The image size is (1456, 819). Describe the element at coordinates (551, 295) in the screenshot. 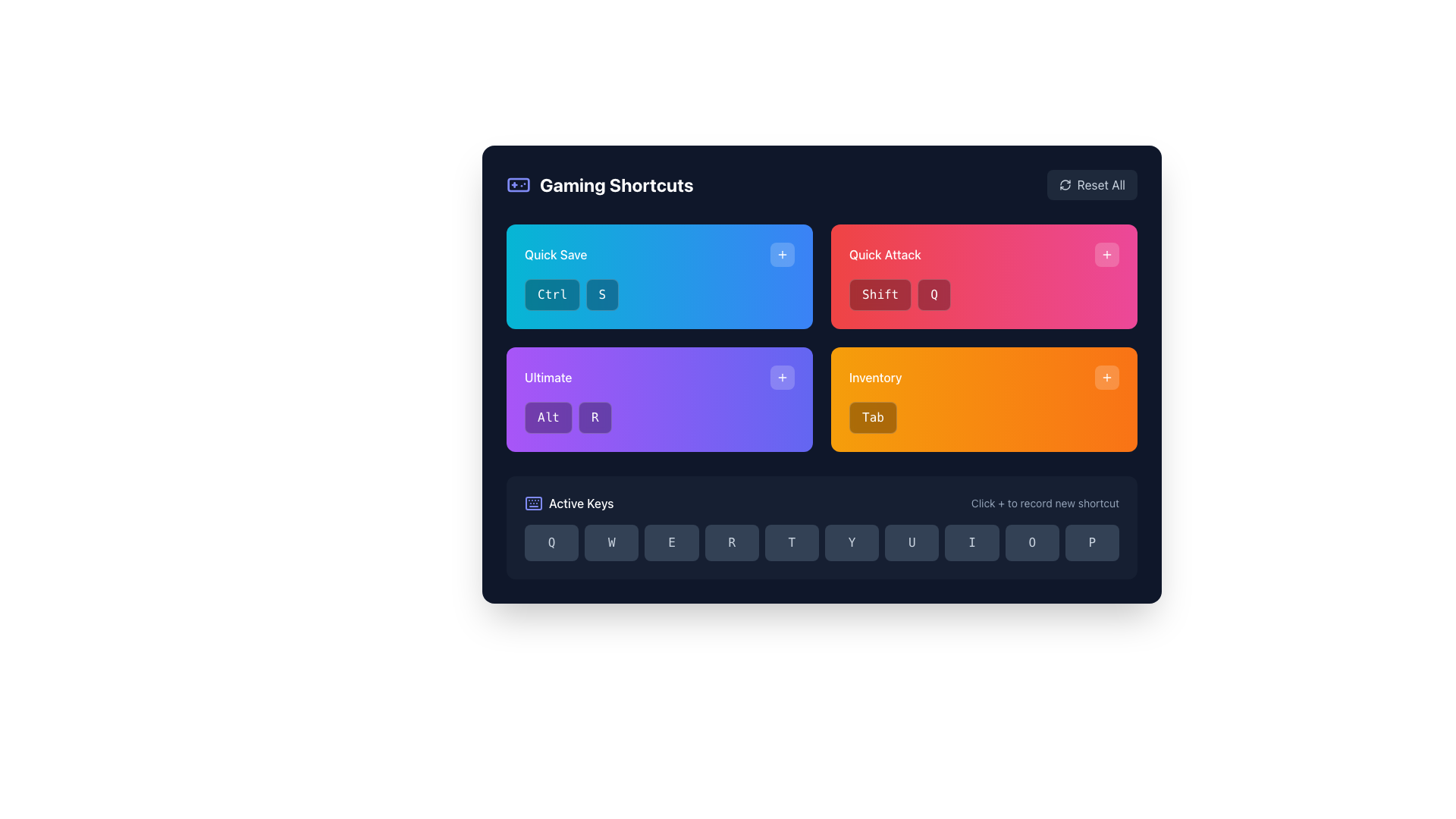

I see `the rounded rectangular button with a dark blue background and white text labeled 'Ctrl', located in the 'Quick Save' section, to the left of the 'S' button` at that location.